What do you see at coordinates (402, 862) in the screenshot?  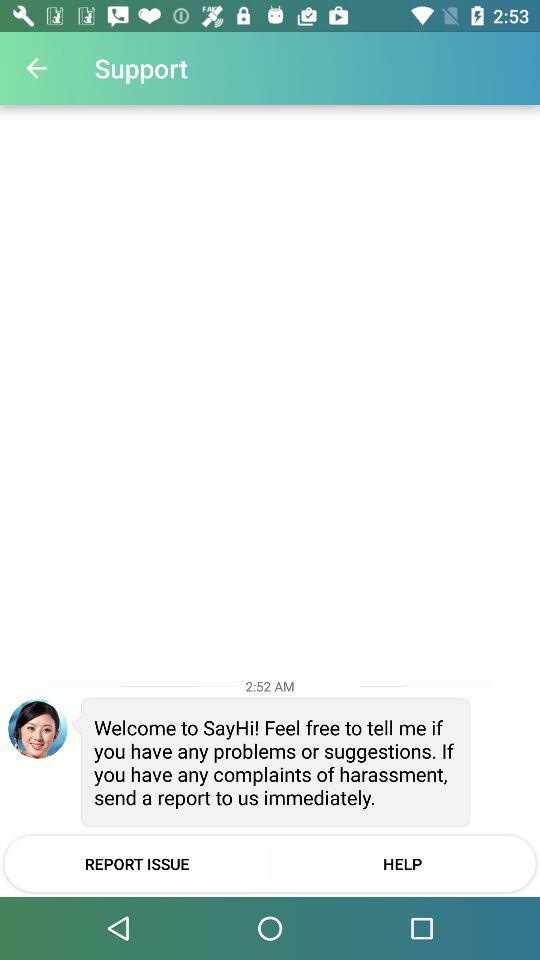 I see `the item below the welcome to sayhi` at bounding box center [402, 862].